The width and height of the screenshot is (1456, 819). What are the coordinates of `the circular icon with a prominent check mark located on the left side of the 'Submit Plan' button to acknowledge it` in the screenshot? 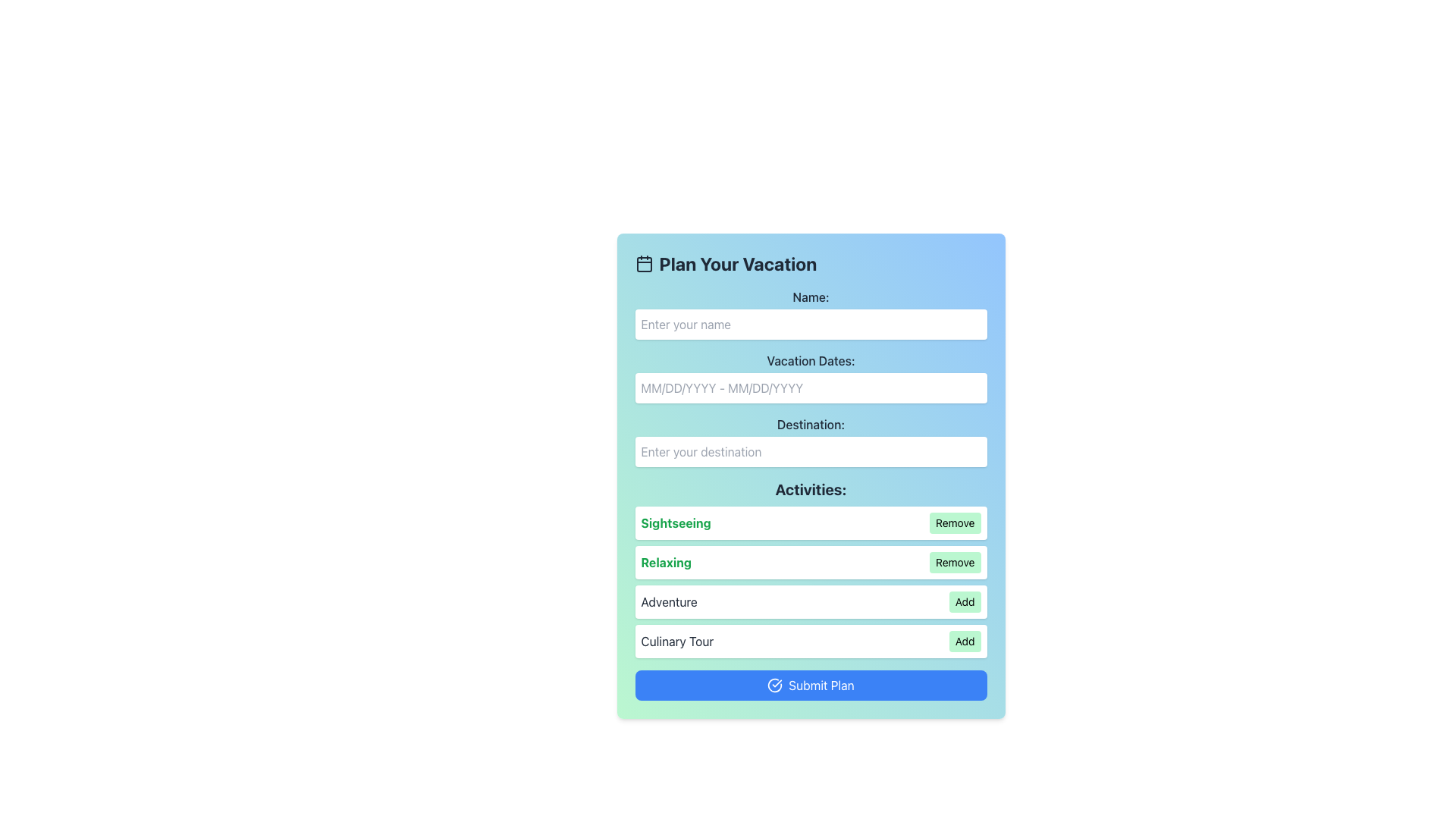 It's located at (775, 685).